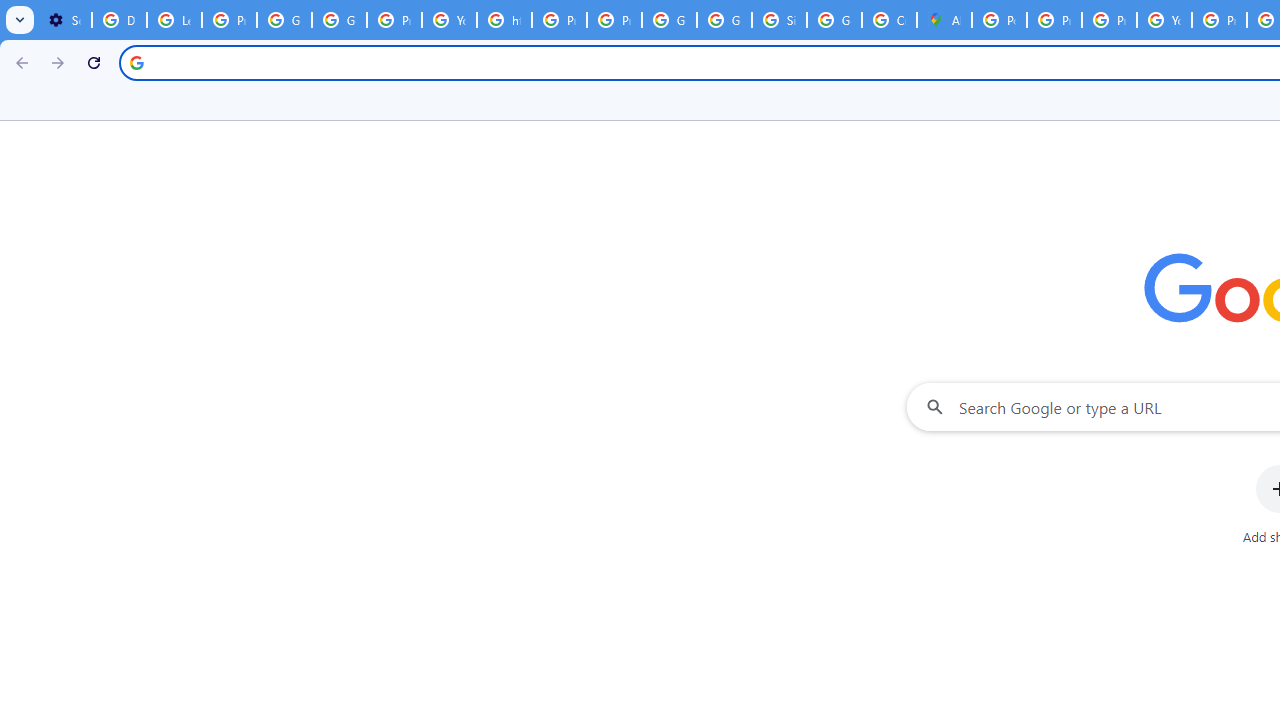  I want to click on 'https://scholar.google.com/', so click(504, 20).